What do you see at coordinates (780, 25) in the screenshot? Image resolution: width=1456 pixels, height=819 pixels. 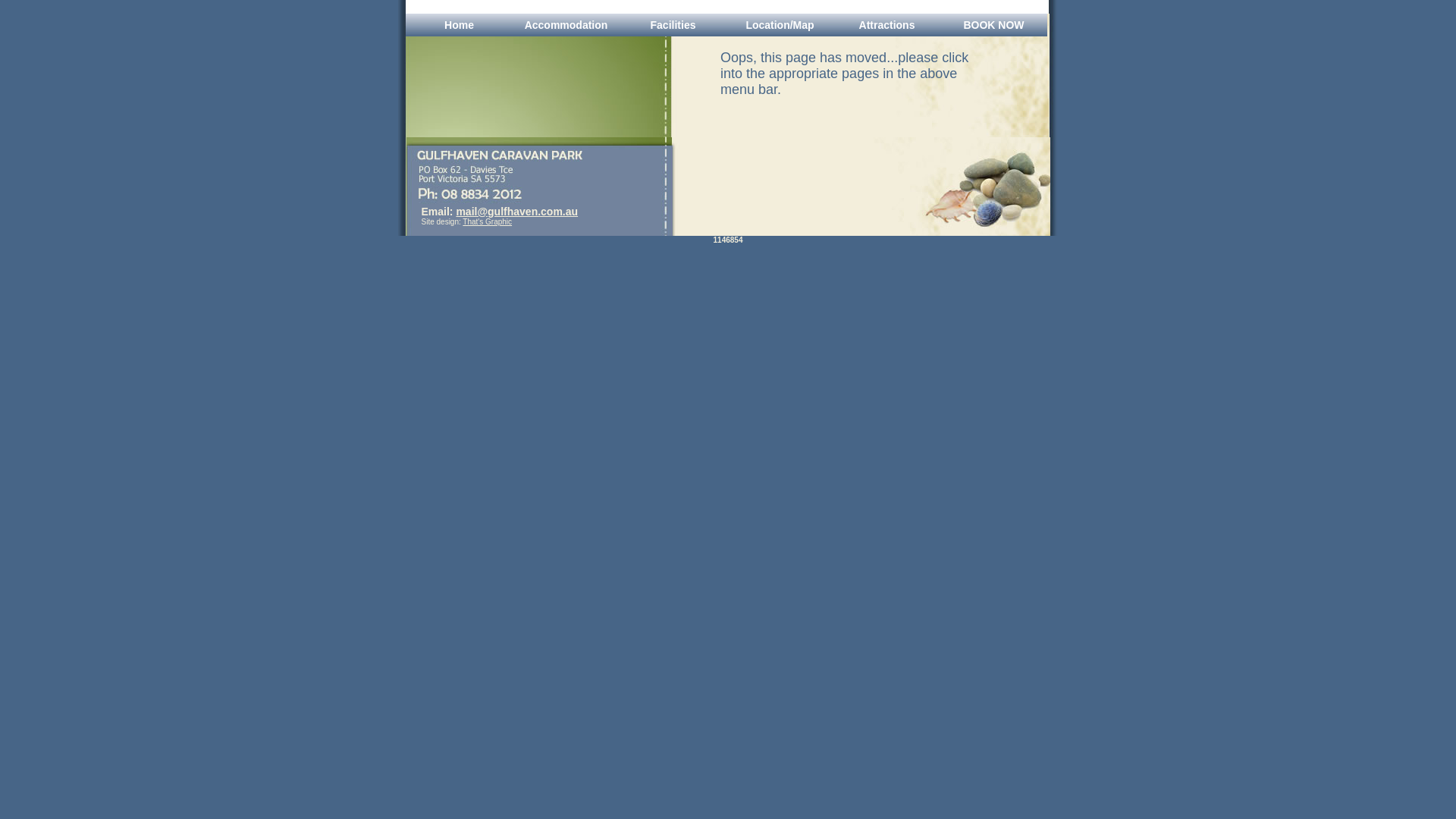 I see `'Location/Map'` at bounding box center [780, 25].